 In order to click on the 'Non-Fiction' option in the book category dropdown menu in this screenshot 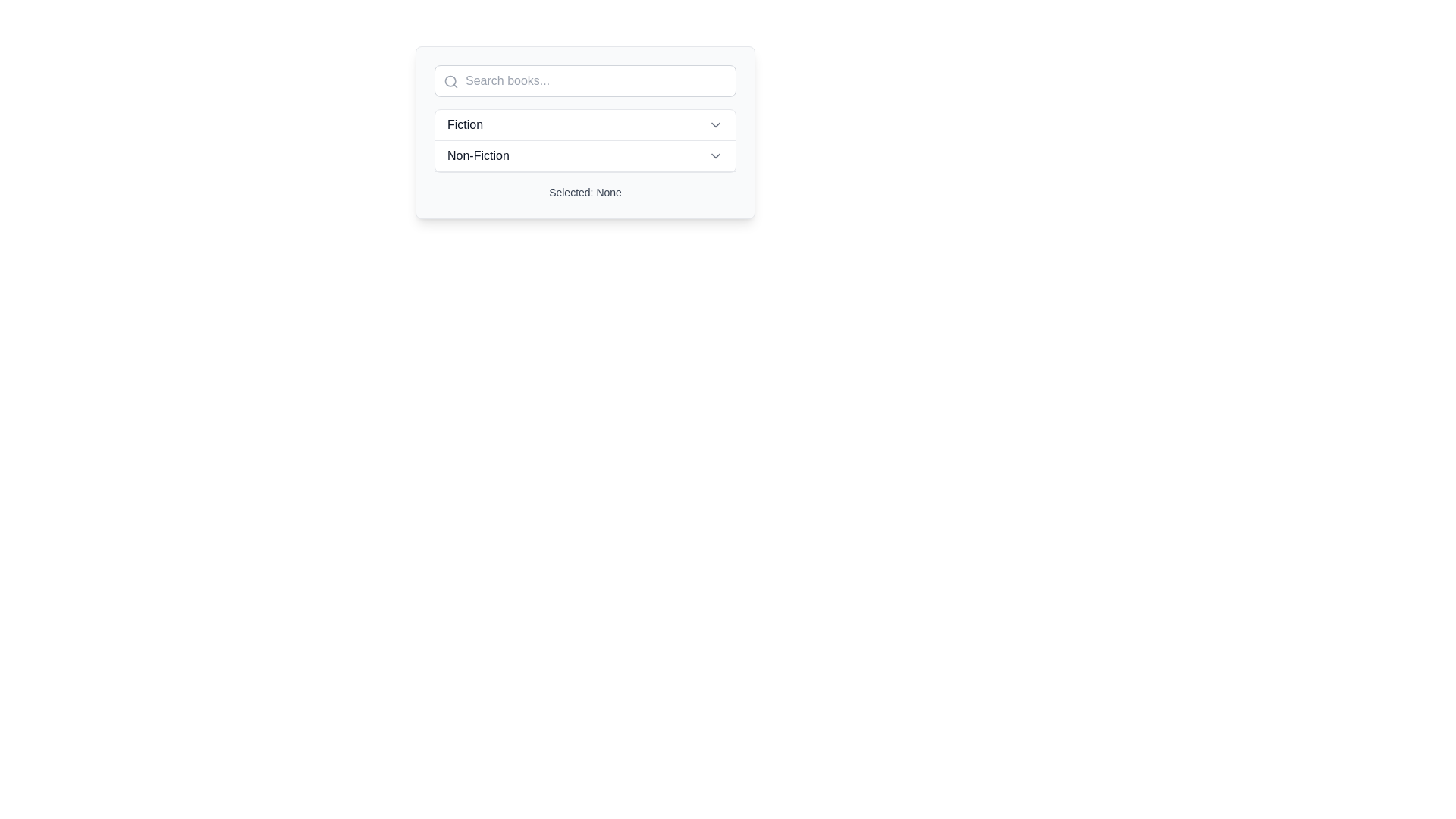, I will do `click(585, 155)`.